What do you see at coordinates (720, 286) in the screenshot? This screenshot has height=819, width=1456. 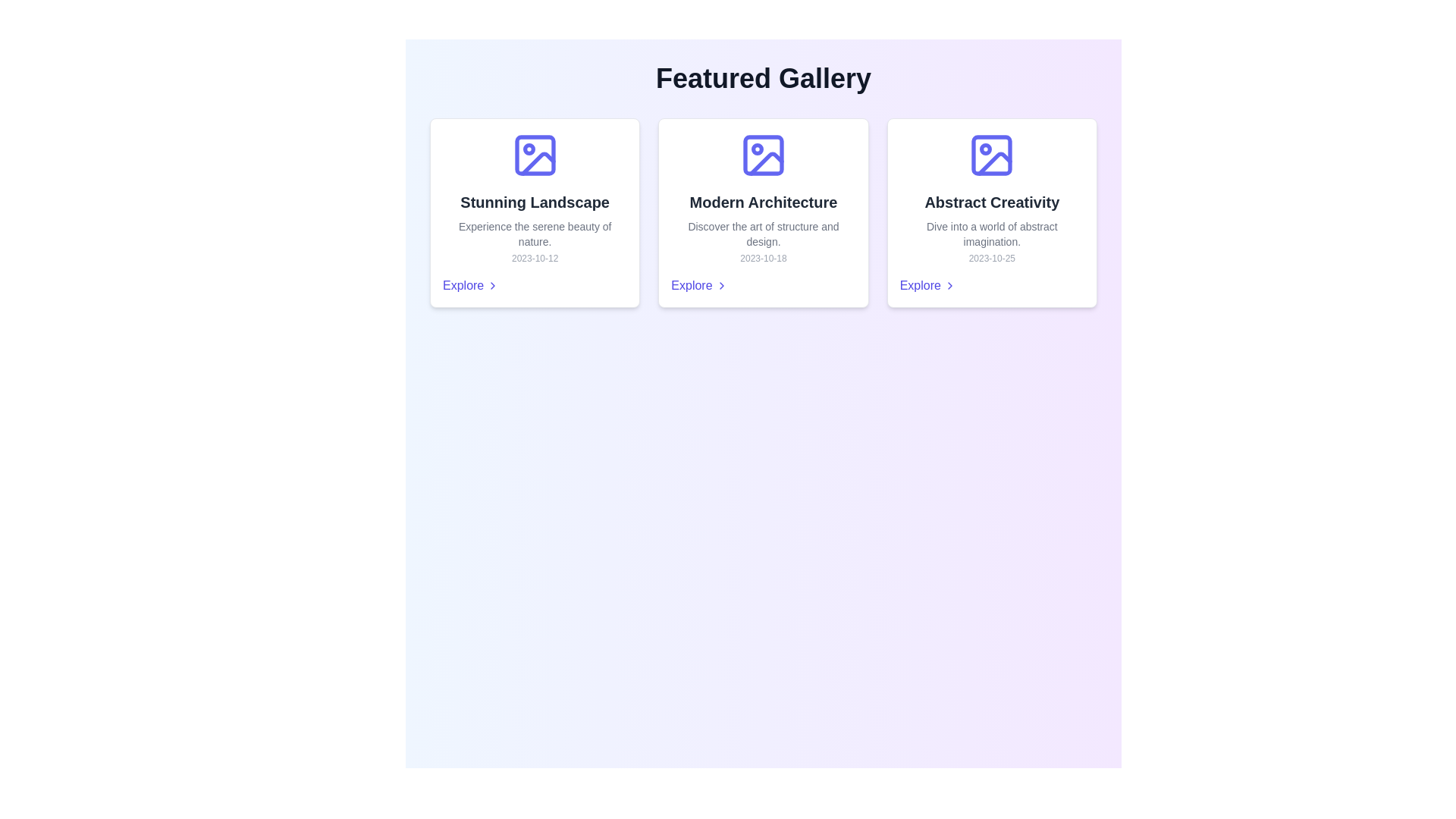 I see `the rightward-pointing chevron icon next to the 'Explore' text` at bounding box center [720, 286].